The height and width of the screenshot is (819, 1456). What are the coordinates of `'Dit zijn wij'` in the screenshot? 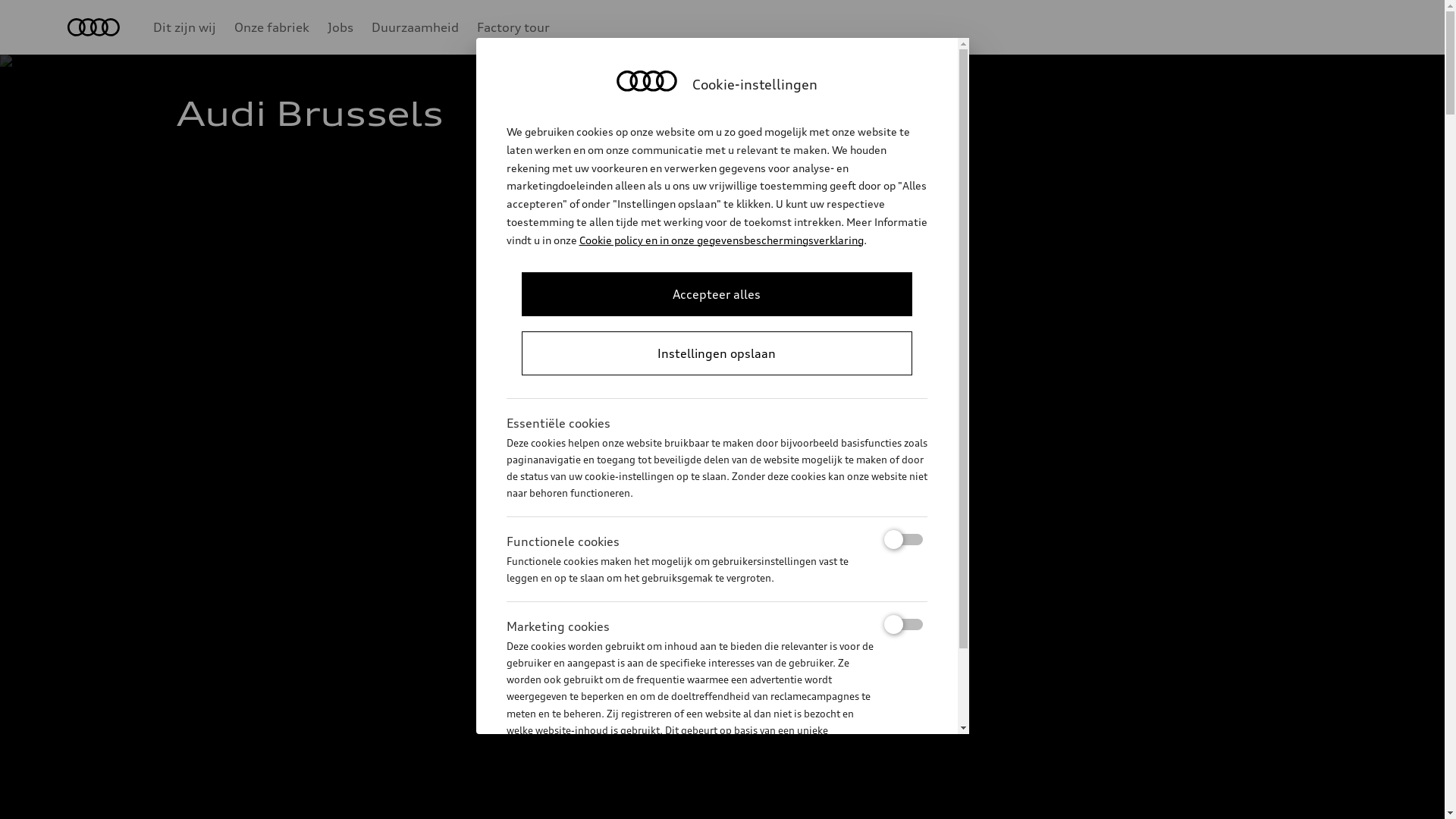 It's located at (184, 27).